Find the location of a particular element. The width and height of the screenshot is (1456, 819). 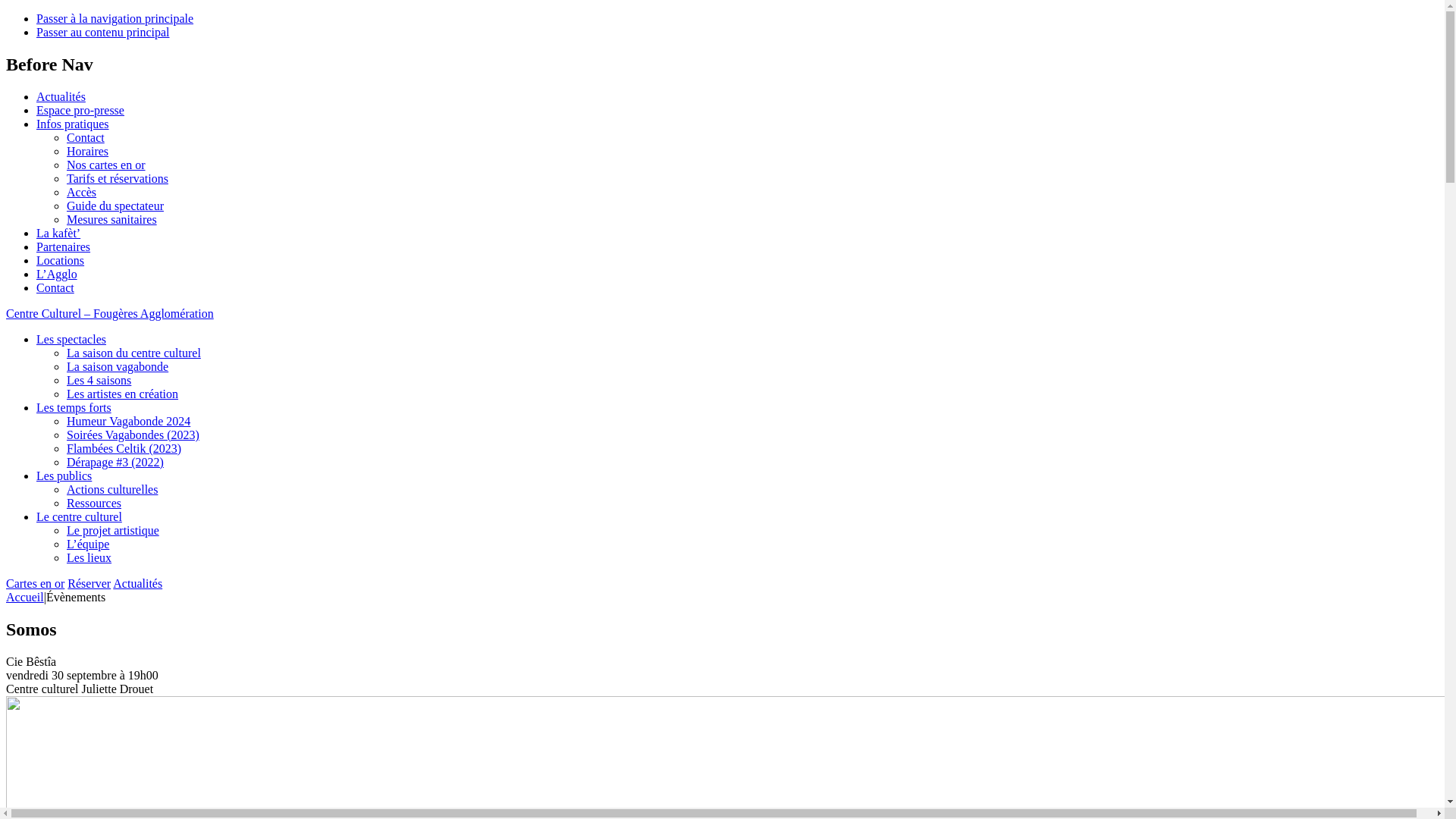

'Infos pratiques' is located at coordinates (72, 123).